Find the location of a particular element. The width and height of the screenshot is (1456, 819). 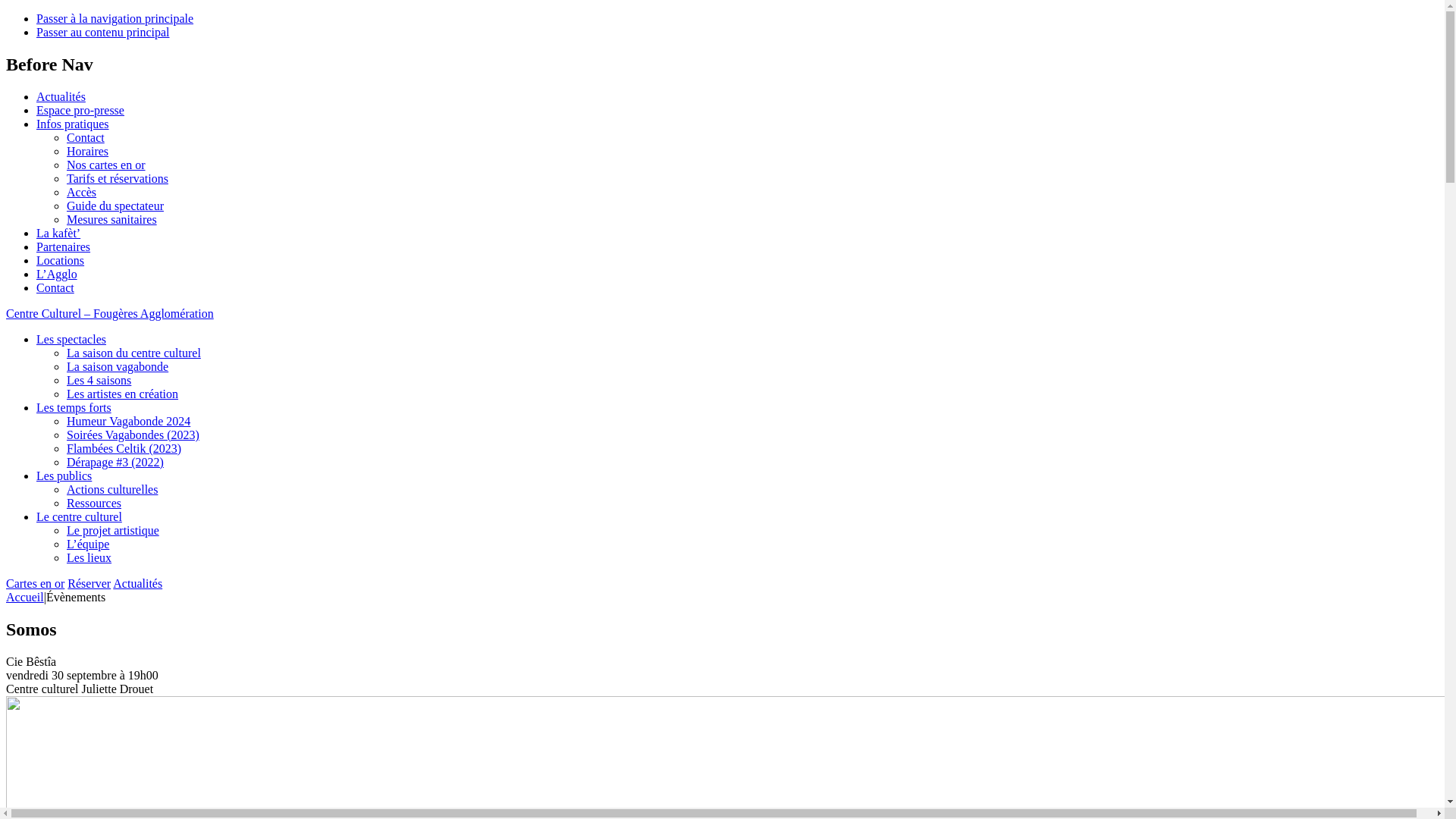

'Infos pratiques' is located at coordinates (72, 123).